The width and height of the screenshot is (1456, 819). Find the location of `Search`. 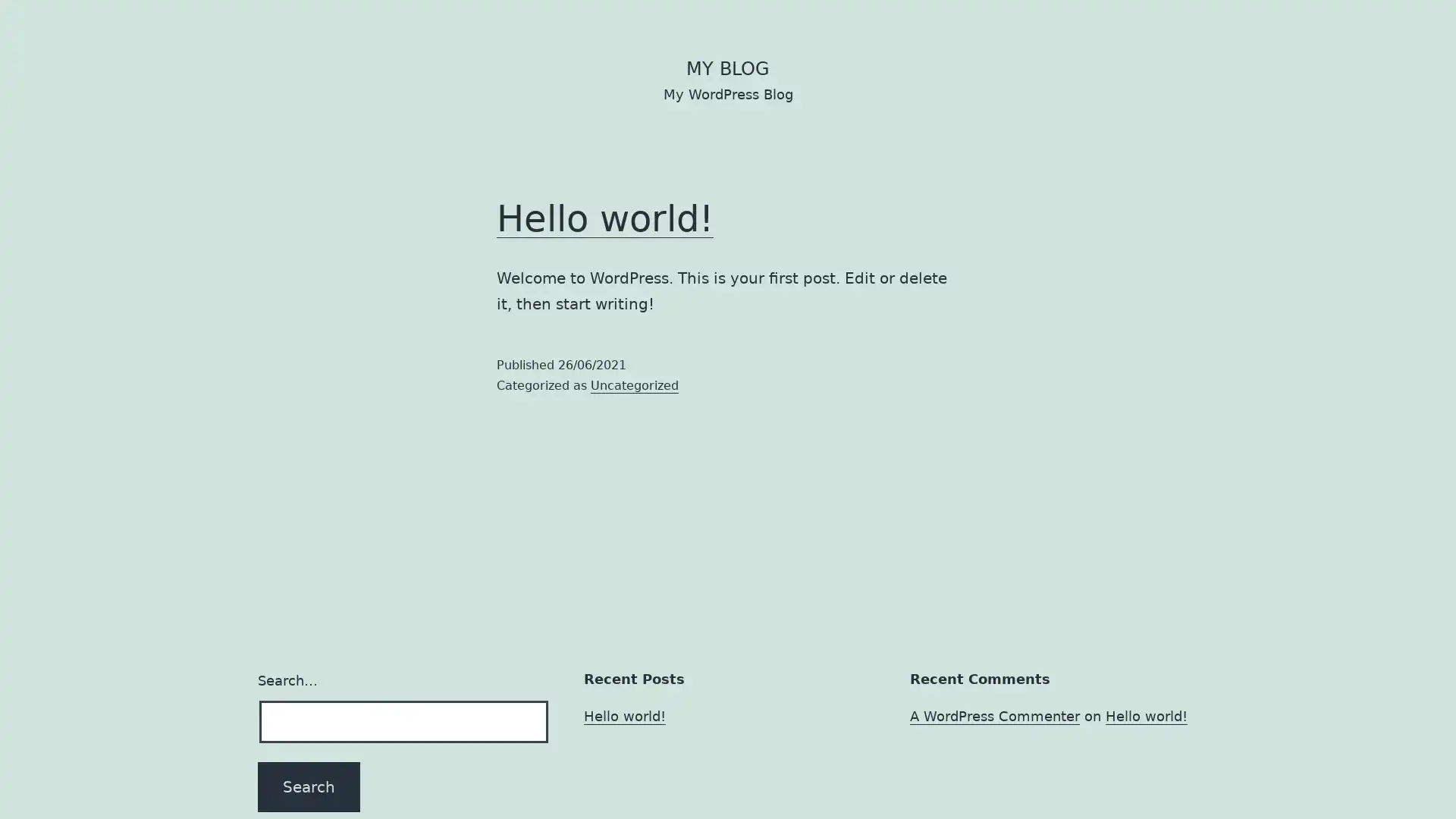

Search is located at coordinates (308, 786).